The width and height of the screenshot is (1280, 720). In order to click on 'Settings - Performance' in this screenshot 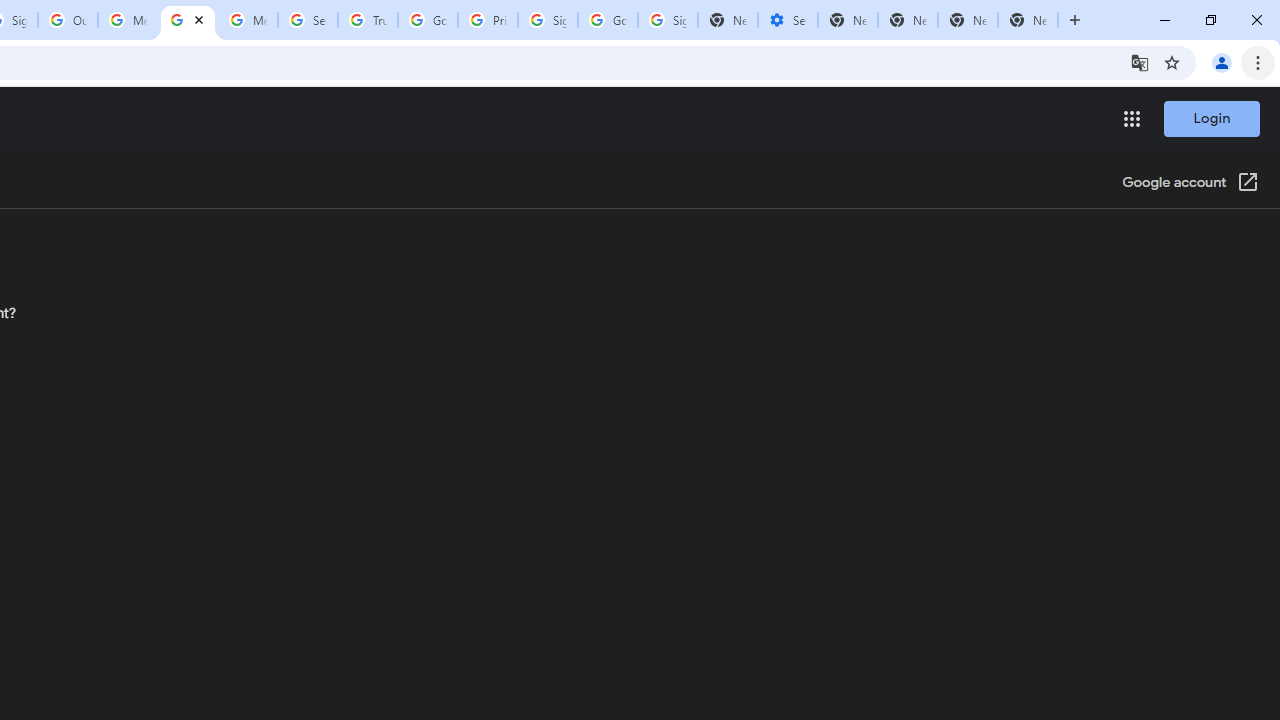, I will do `click(786, 20)`.